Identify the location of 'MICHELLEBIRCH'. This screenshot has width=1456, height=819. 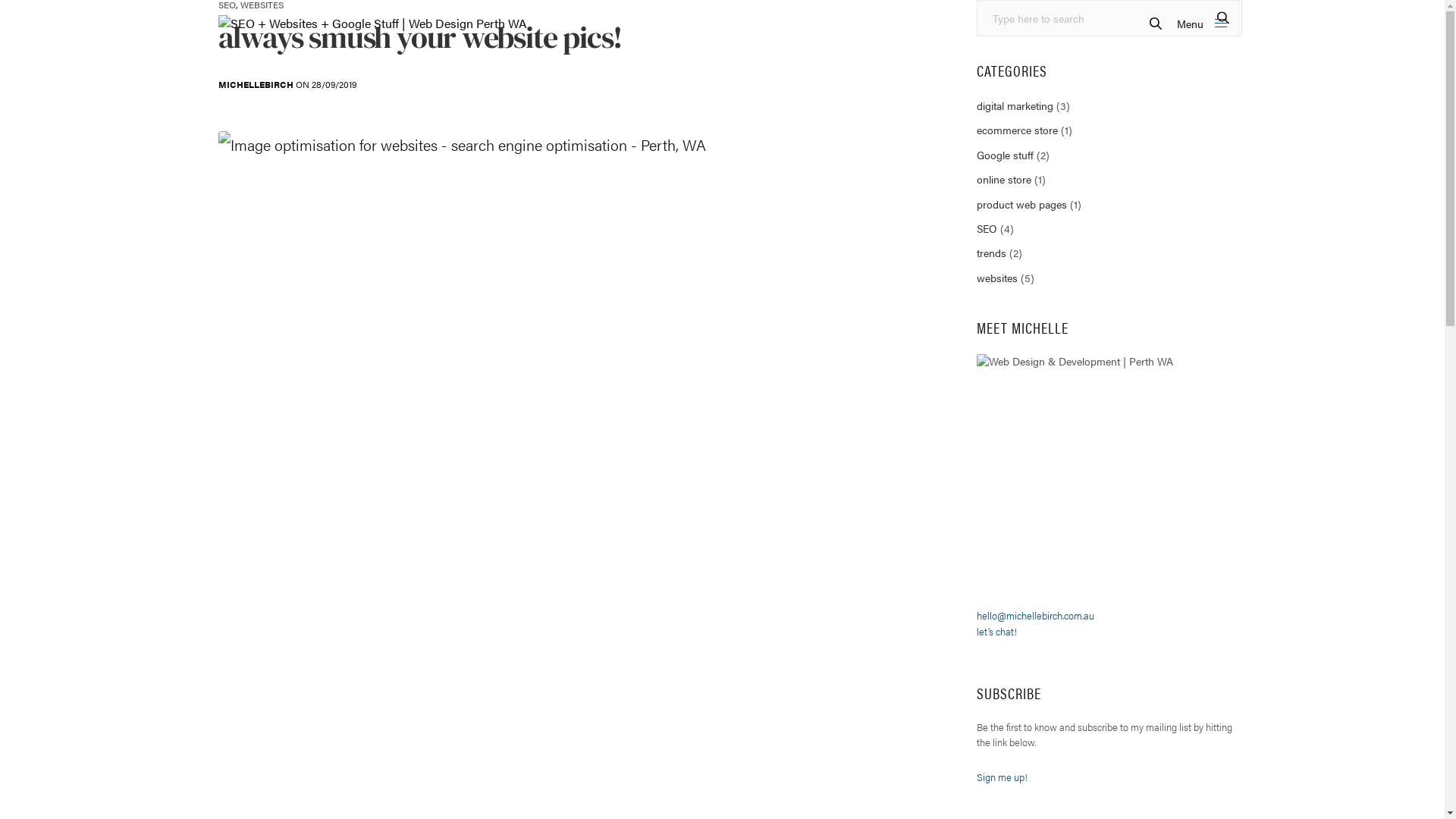
(256, 84).